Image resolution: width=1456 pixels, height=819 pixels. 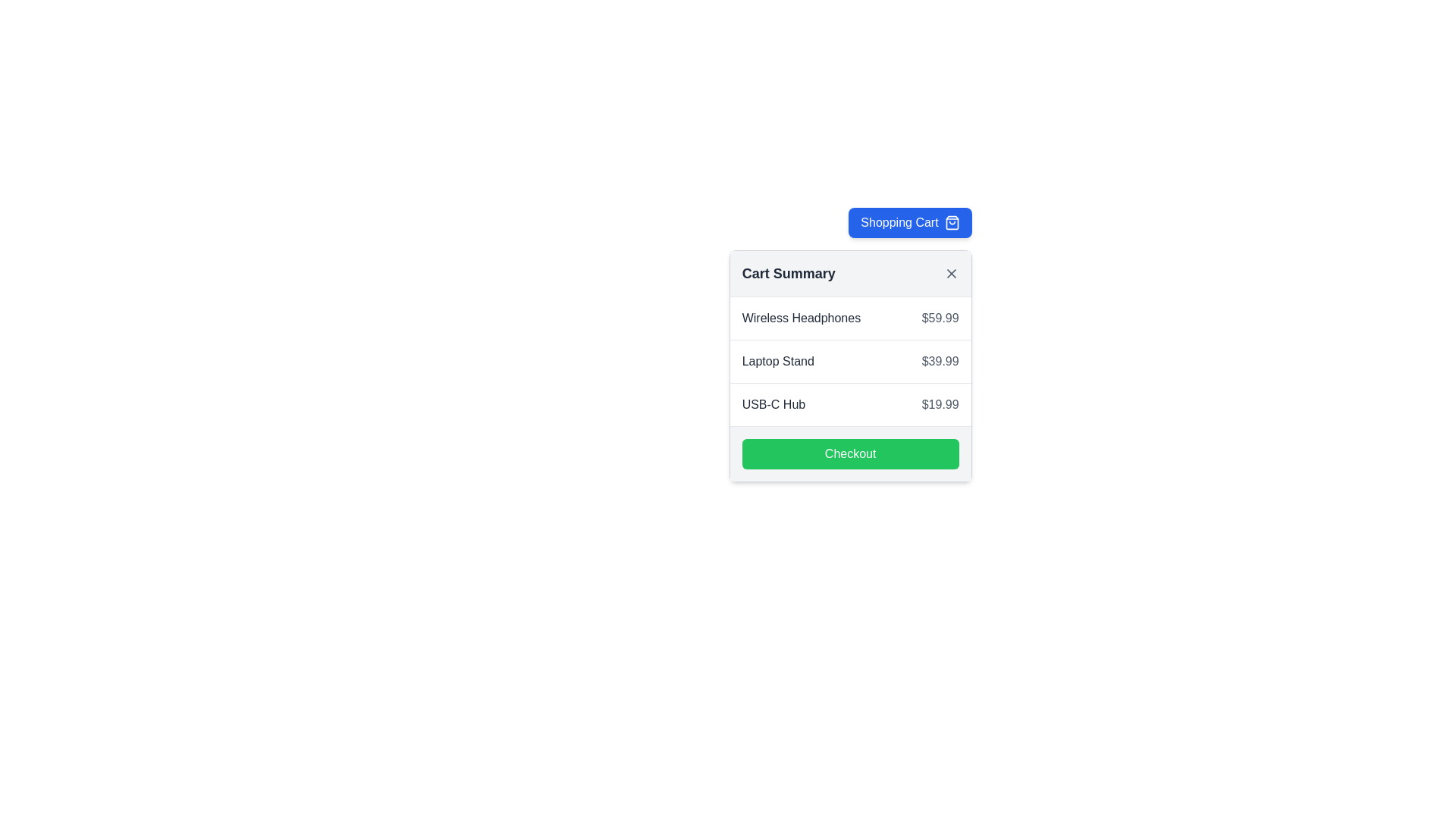 I want to click on the shopping bag icon within the 'Shopping Cart' button located in the top-right corner of the cart summary dialog, so click(x=951, y=222).